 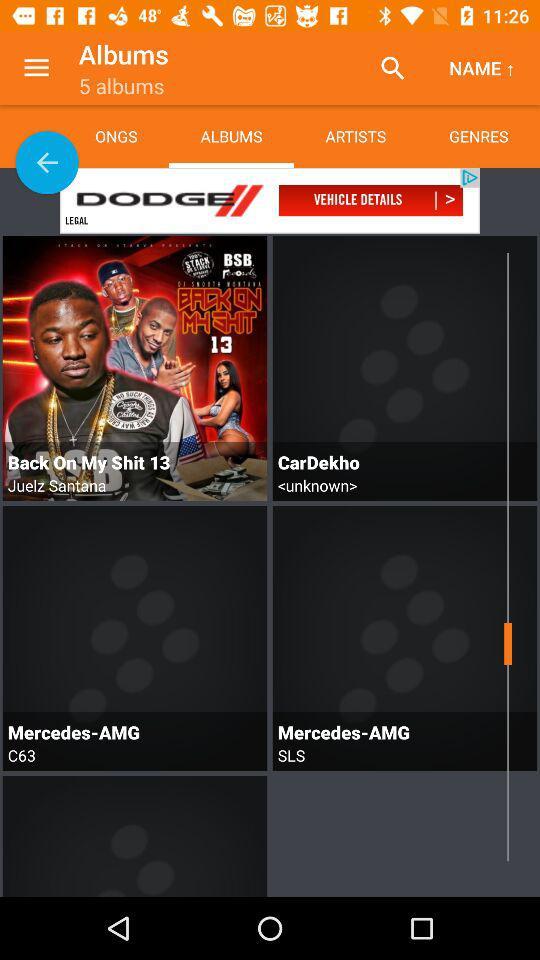 What do you see at coordinates (47, 161) in the screenshot?
I see `go back` at bounding box center [47, 161].